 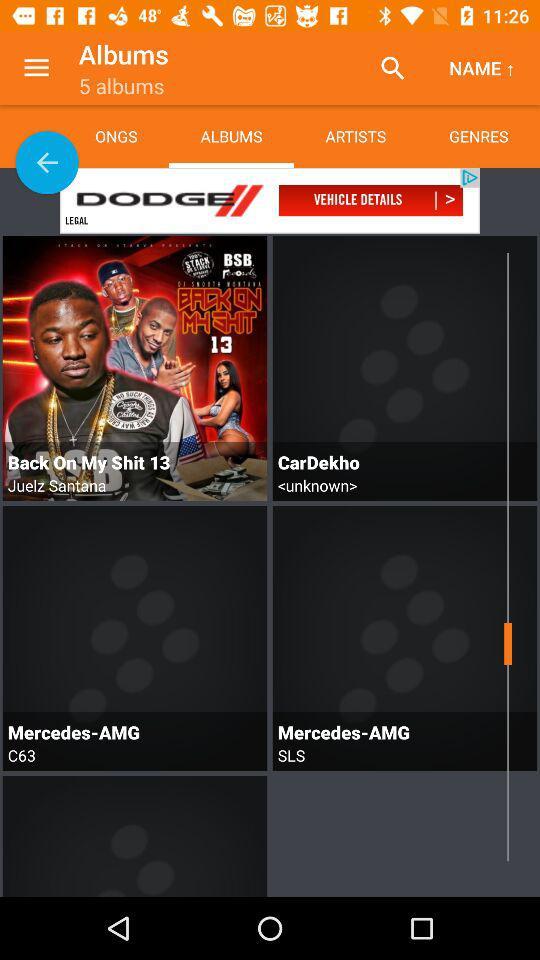 What do you see at coordinates (47, 161) in the screenshot?
I see `go back` at bounding box center [47, 161].